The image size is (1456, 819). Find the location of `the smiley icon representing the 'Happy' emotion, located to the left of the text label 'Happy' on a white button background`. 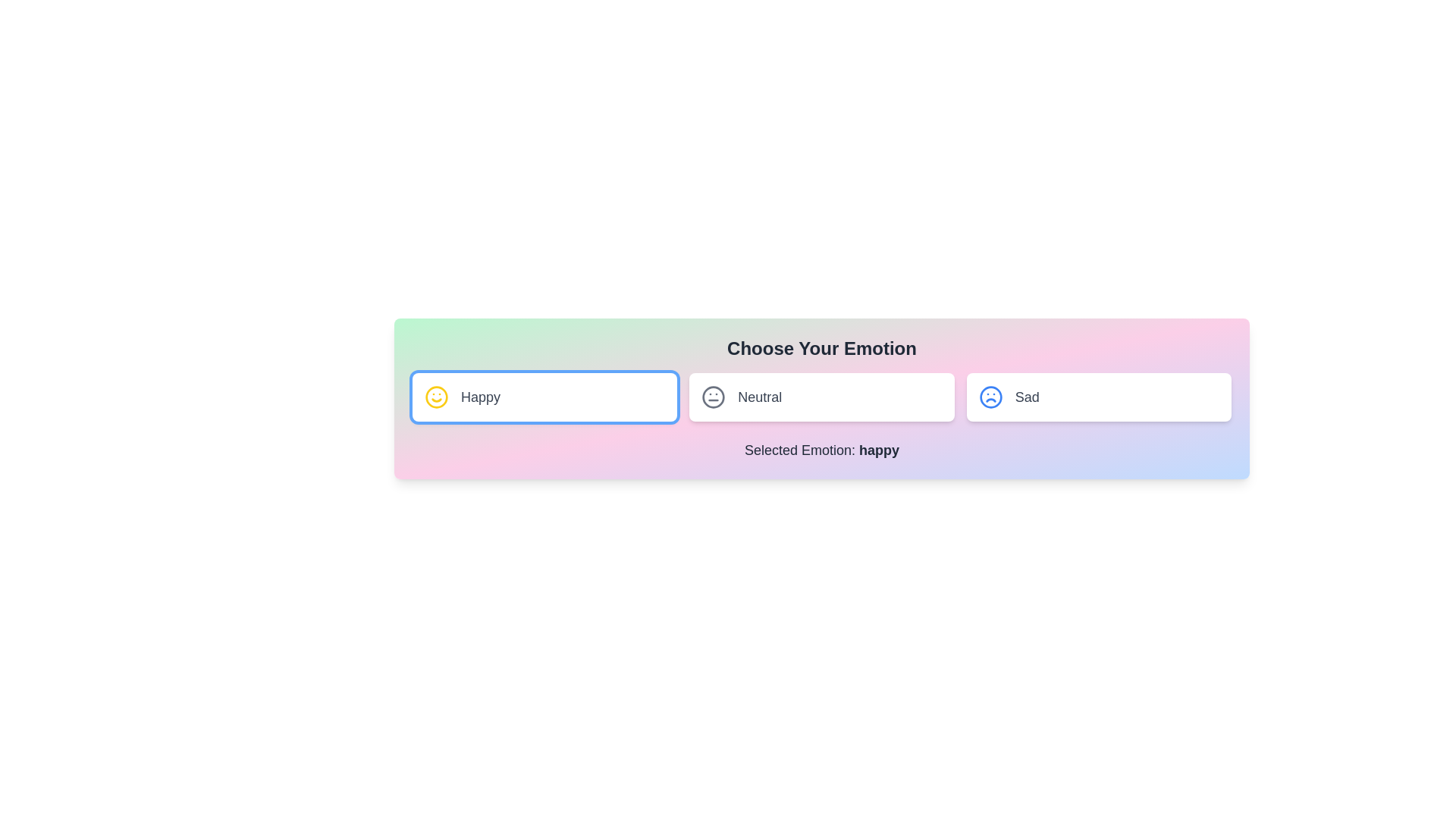

the smiley icon representing the 'Happy' emotion, located to the left of the text label 'Happy' on a white button background is located at coordinates (436, 397).